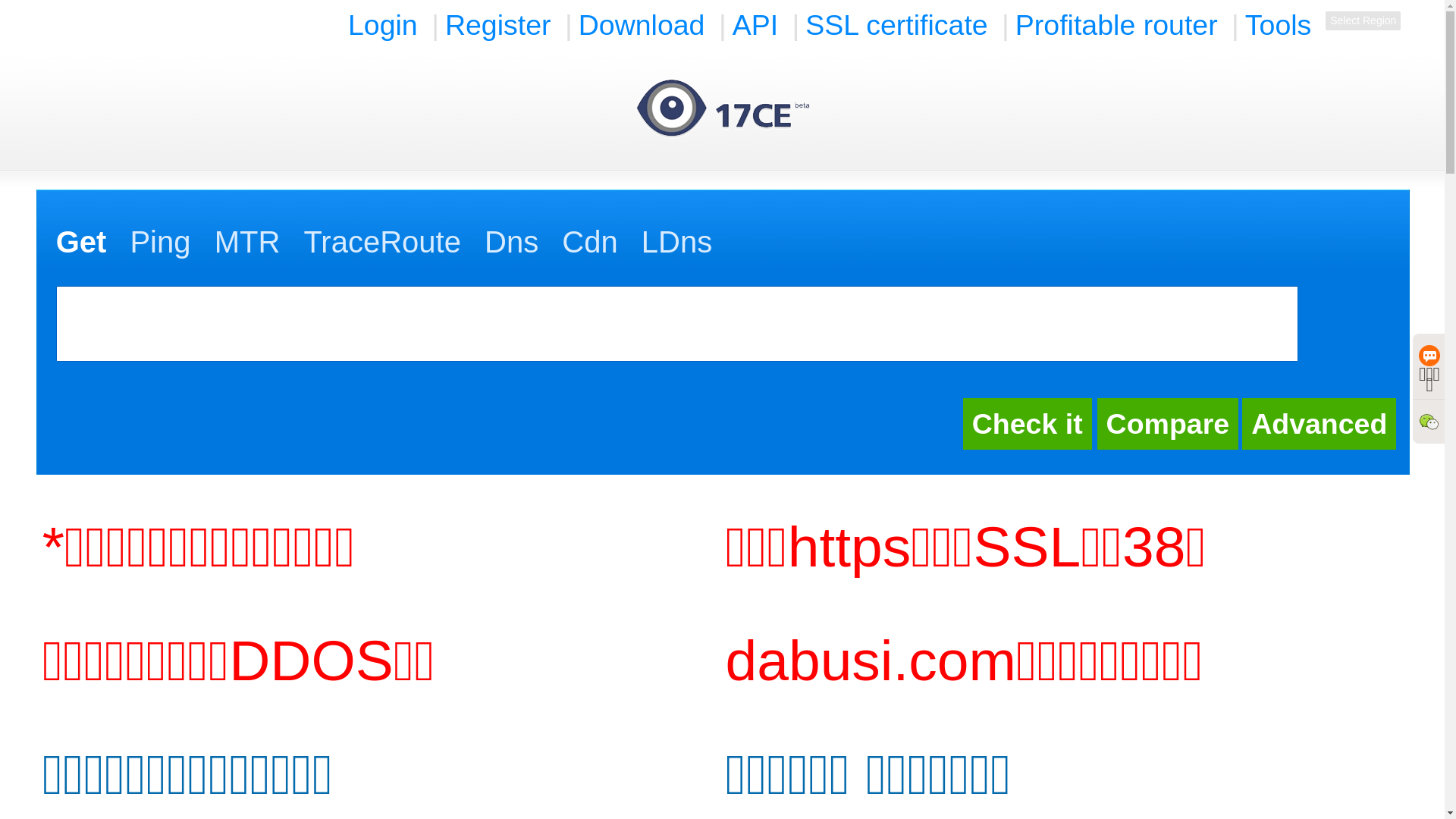 This screenshot has height=819, width=1456. Describe the element at coordinates (511, 241) in the screenshot. I see `'Dns'` at that location.